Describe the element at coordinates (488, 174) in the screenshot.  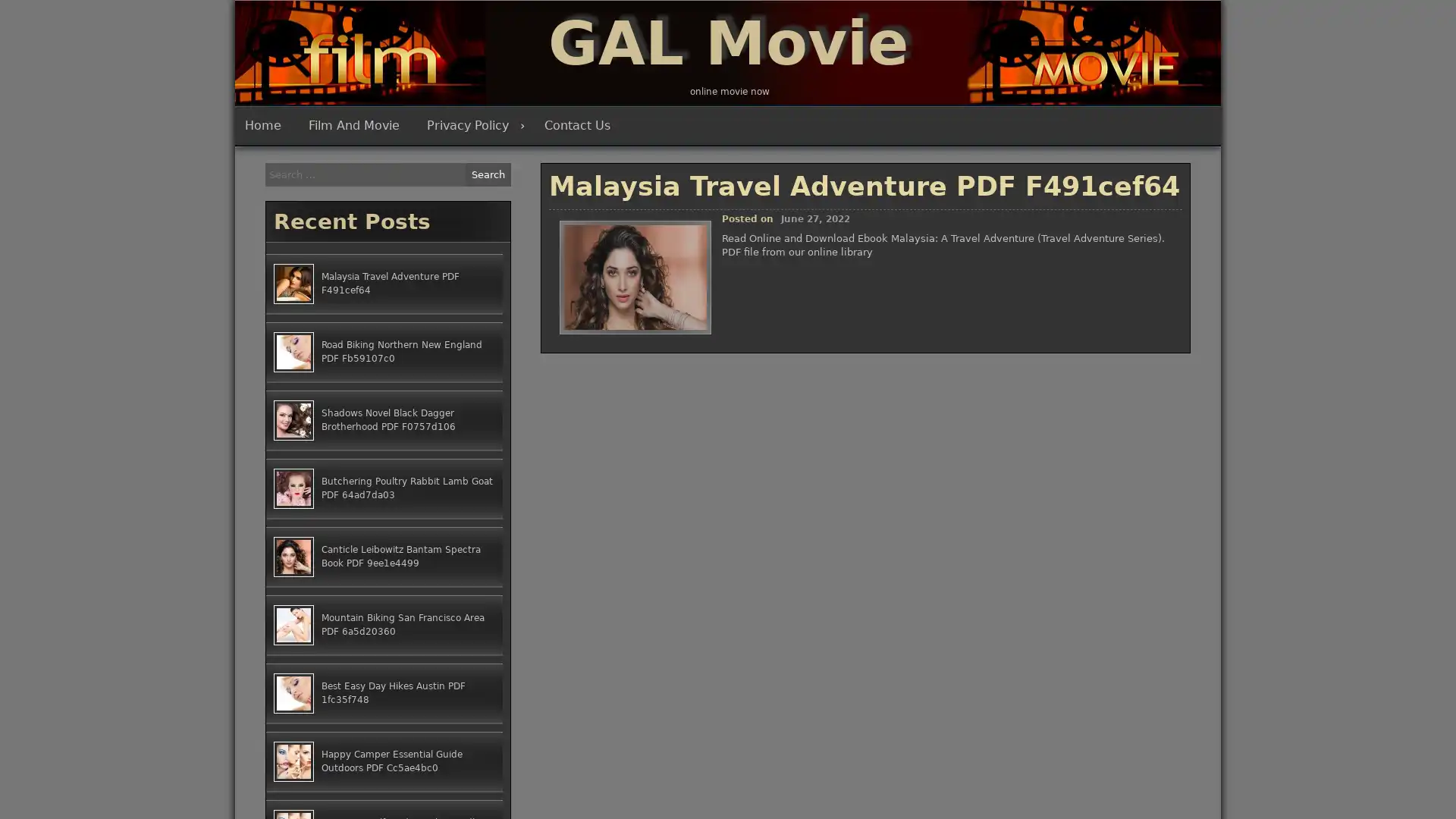
I see `Search` at that location.